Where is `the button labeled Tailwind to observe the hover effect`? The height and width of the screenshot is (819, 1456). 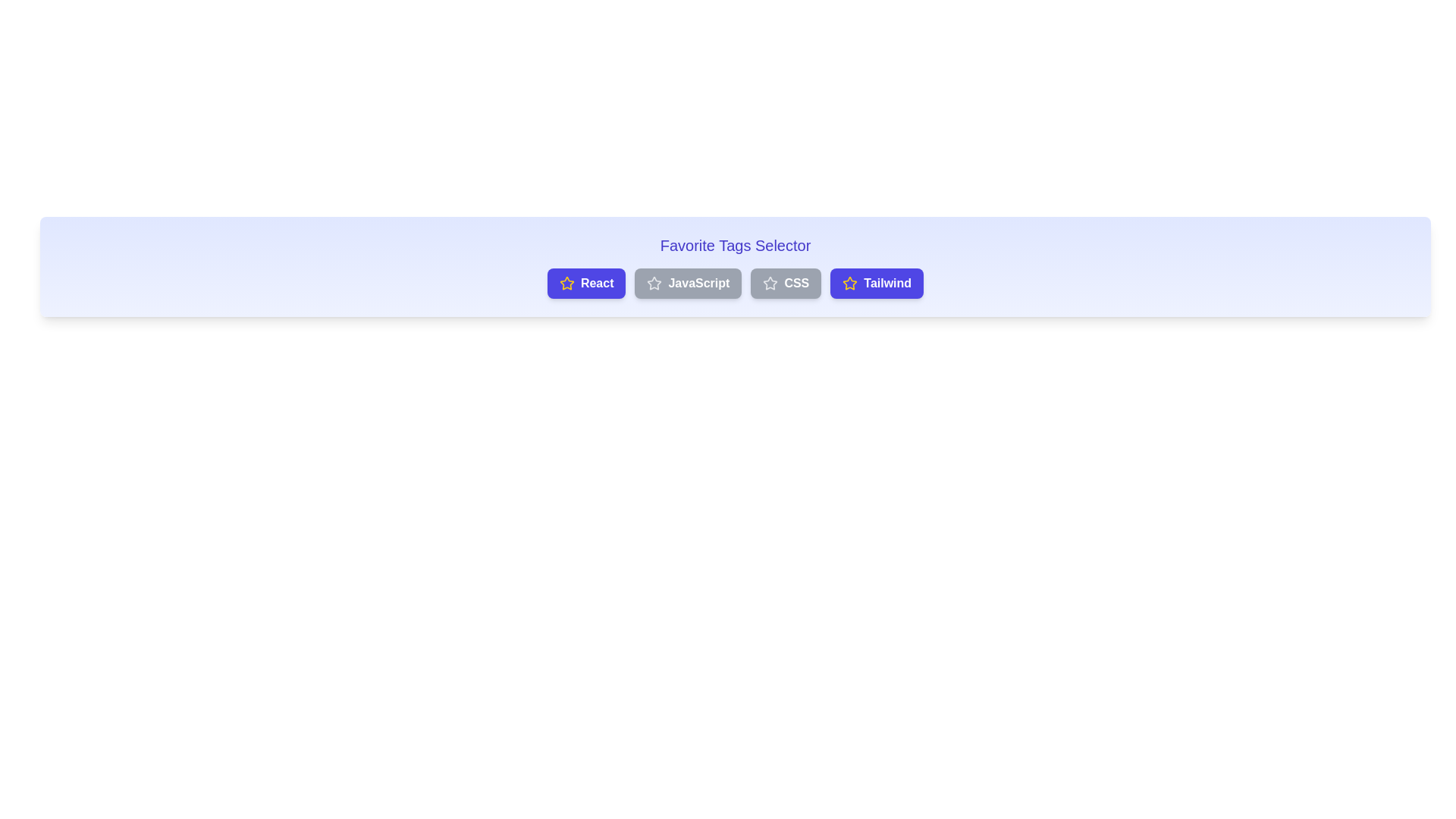
the button labeled Tailwind to observe the hover effect is located at coordinates (877, 284).